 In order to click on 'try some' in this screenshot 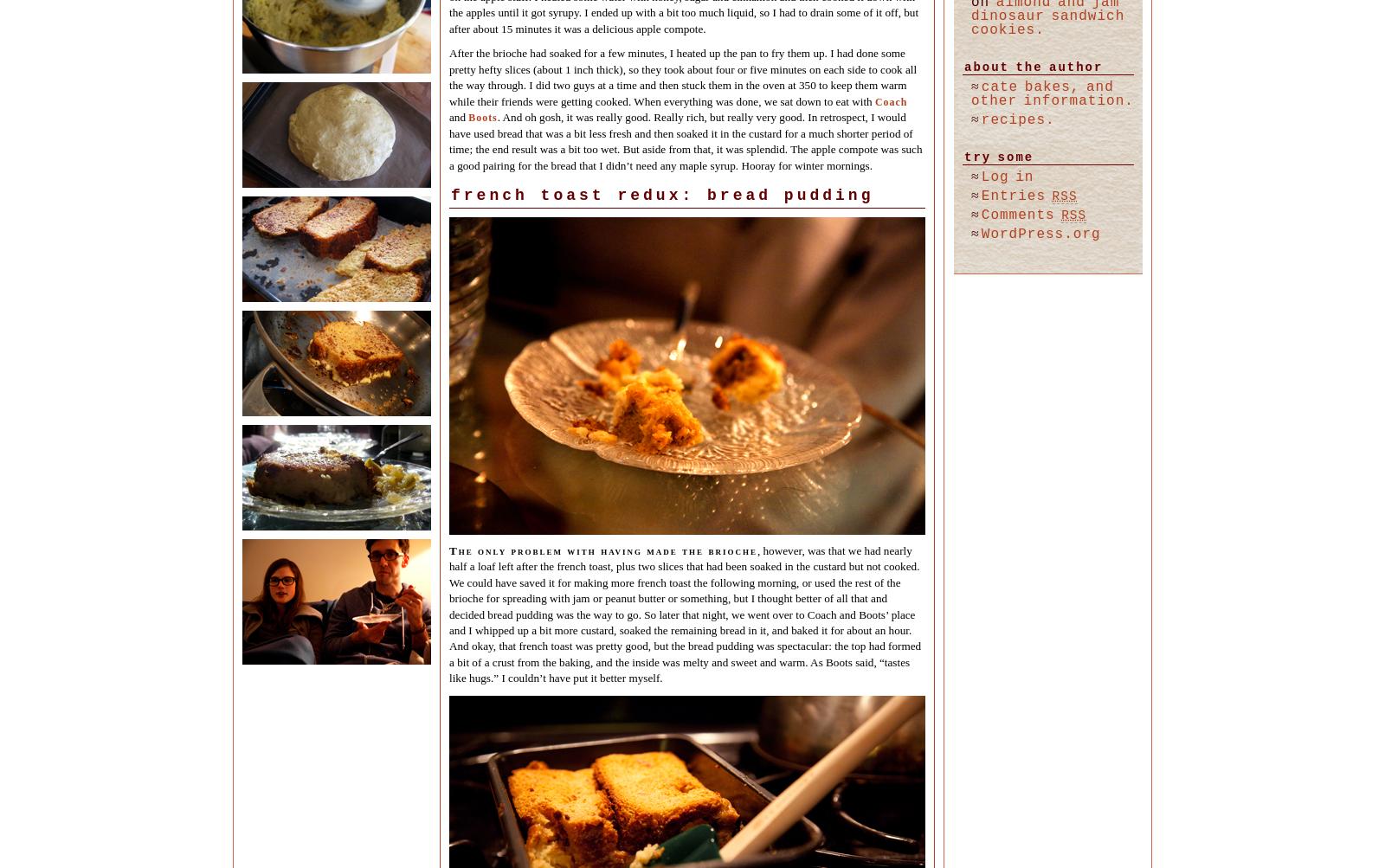, I will do `click(998, 157)`.